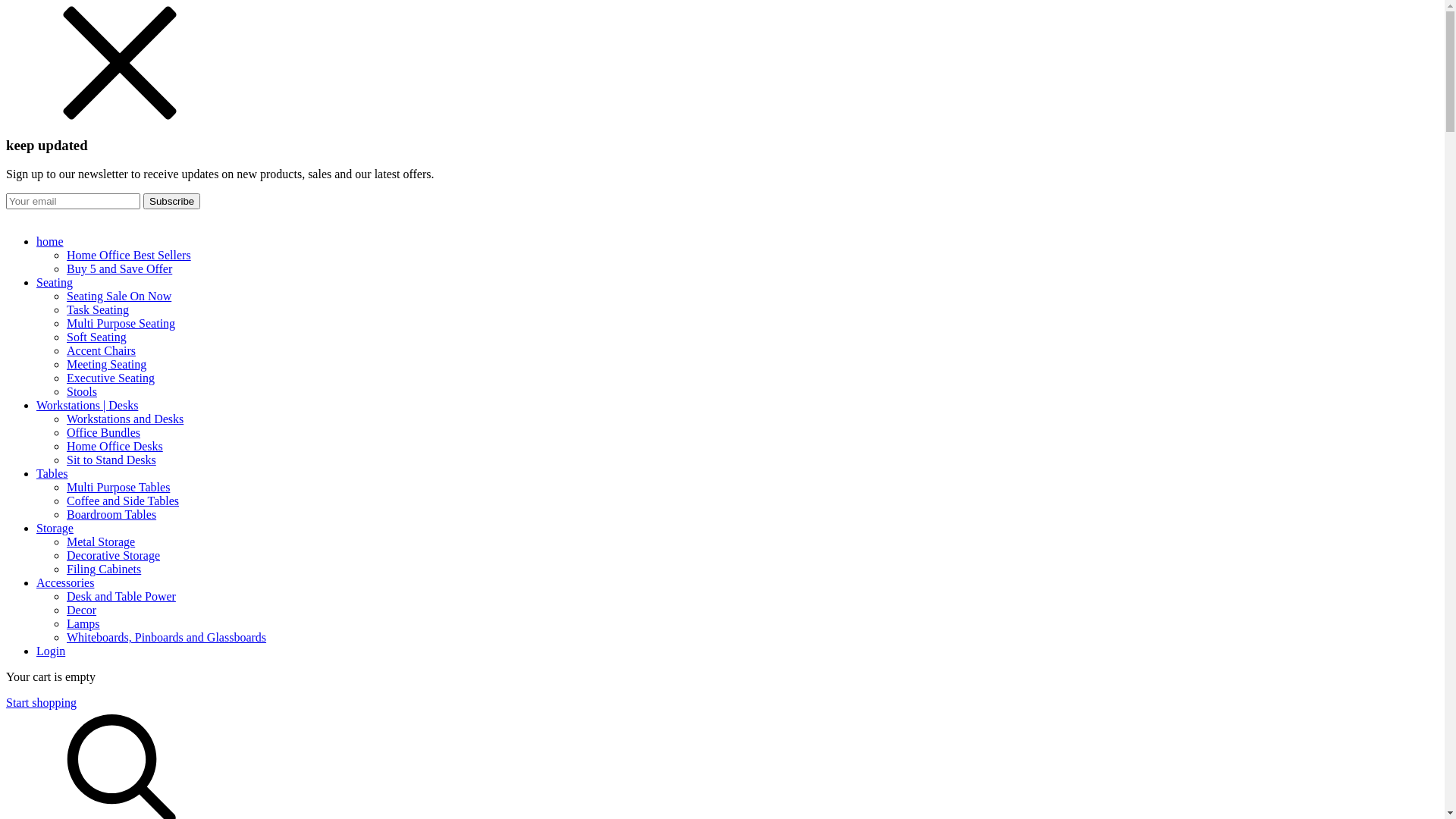 The height and width of the screenshot is (819, 1456). I want to click on 'Storage', so click(737, 528).